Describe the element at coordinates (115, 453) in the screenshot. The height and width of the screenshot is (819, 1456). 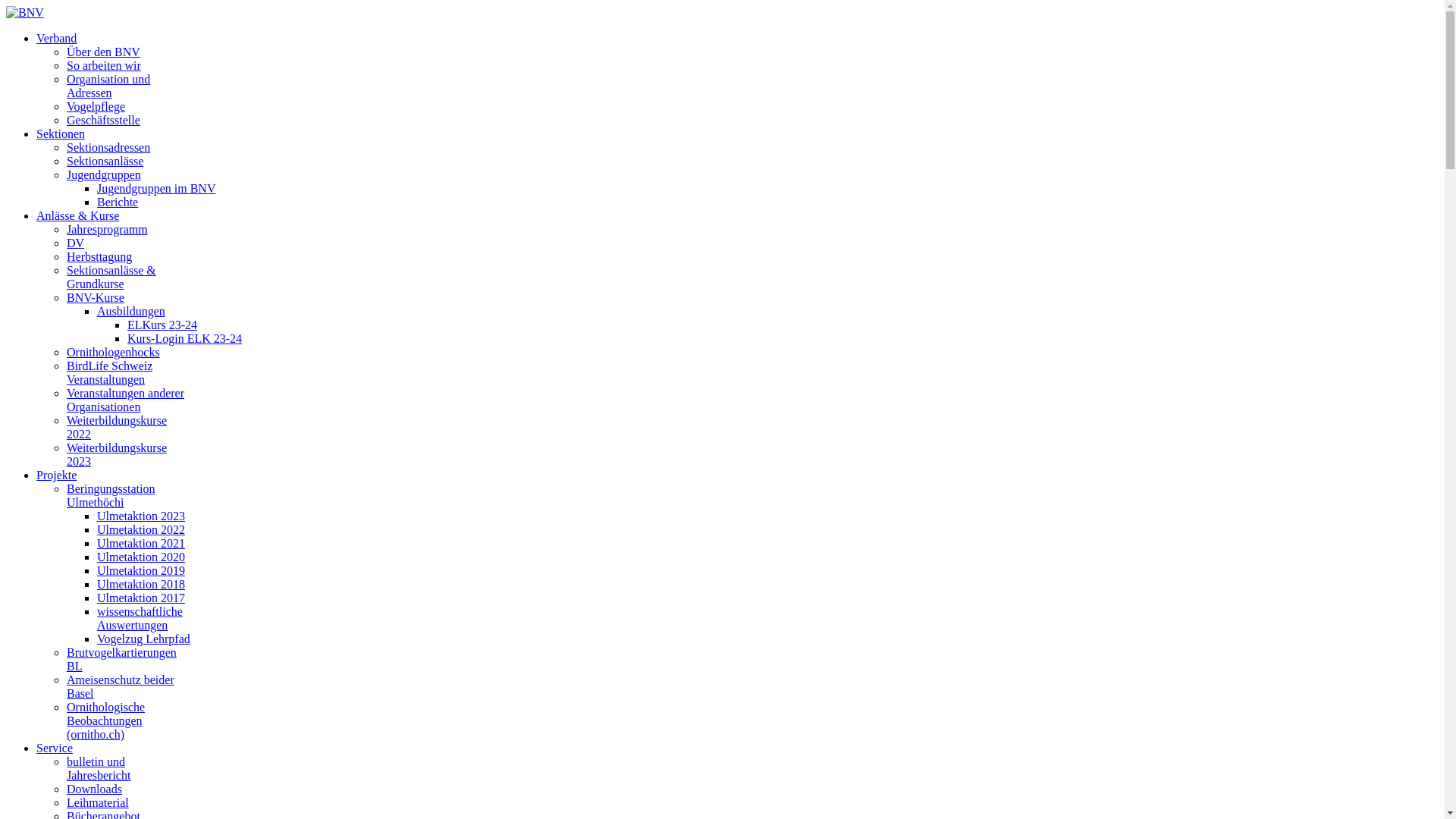
I see `'Weiterbildungskurse 2023'` at that location.